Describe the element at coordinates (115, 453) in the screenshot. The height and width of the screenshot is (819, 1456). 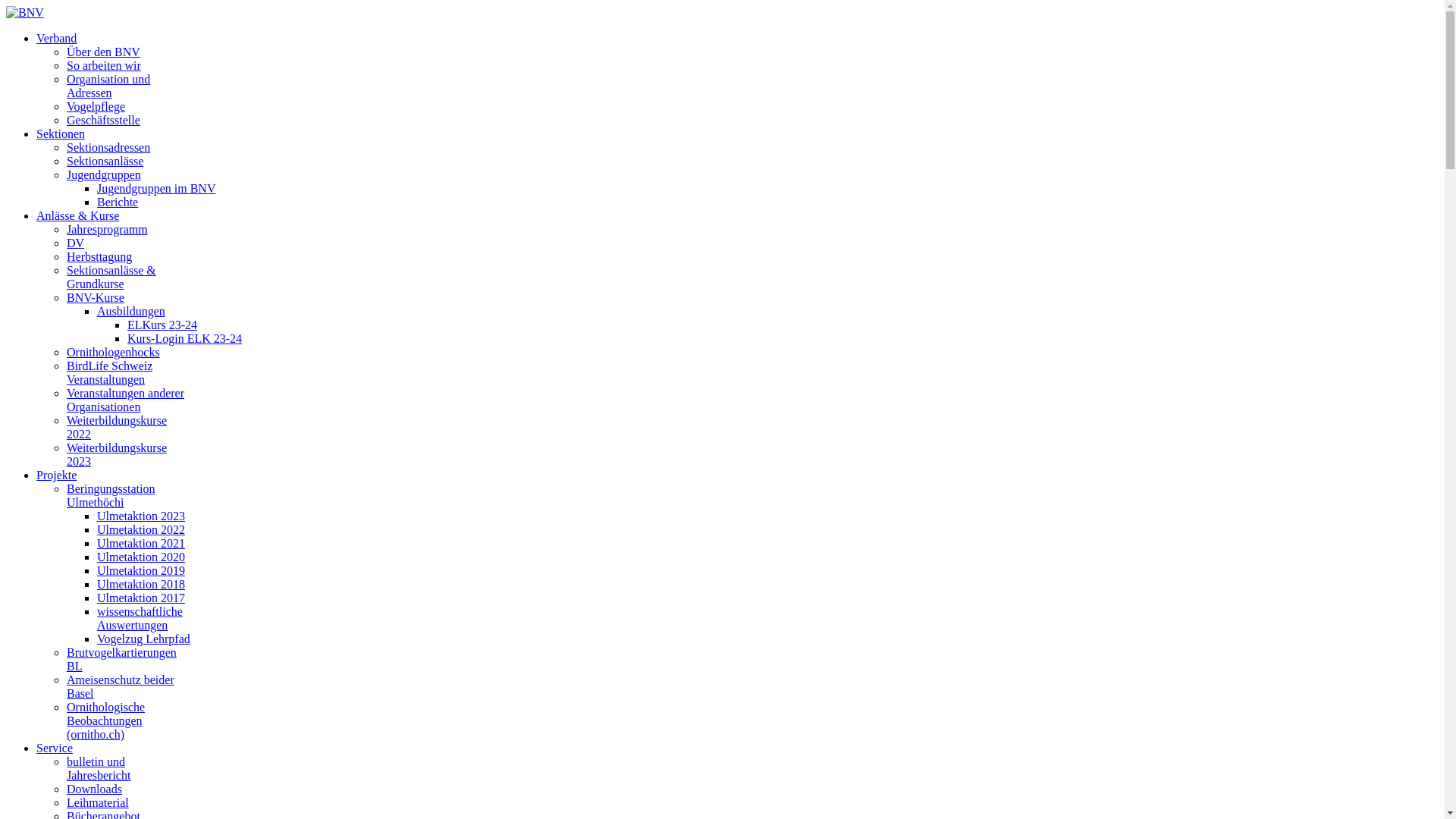
I see `'Weiterbildungskurse 2023'` at that location.